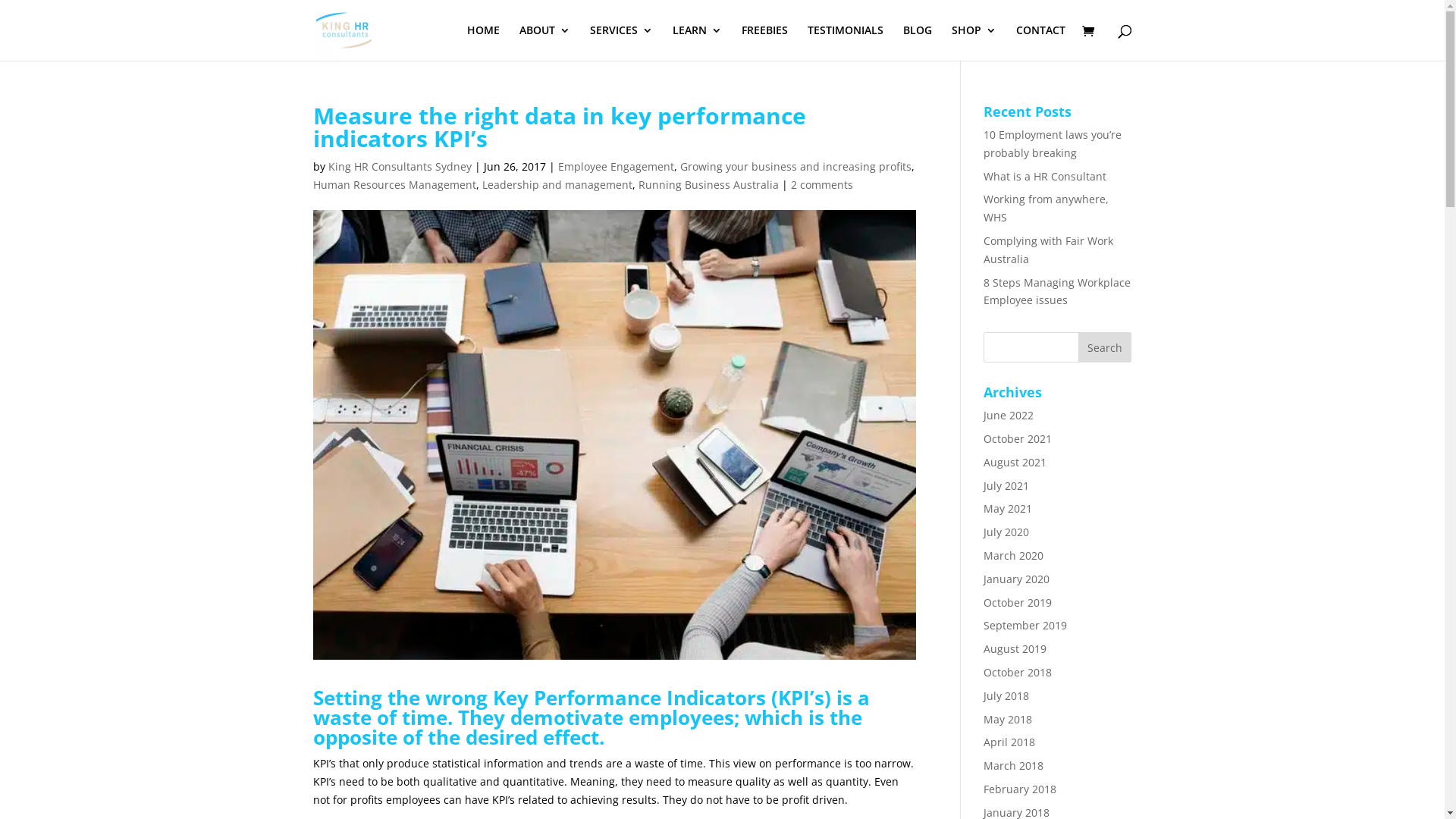 This screenshot has height=819, width=1456. I want to click on 'August 2019', so click(1015, 648).